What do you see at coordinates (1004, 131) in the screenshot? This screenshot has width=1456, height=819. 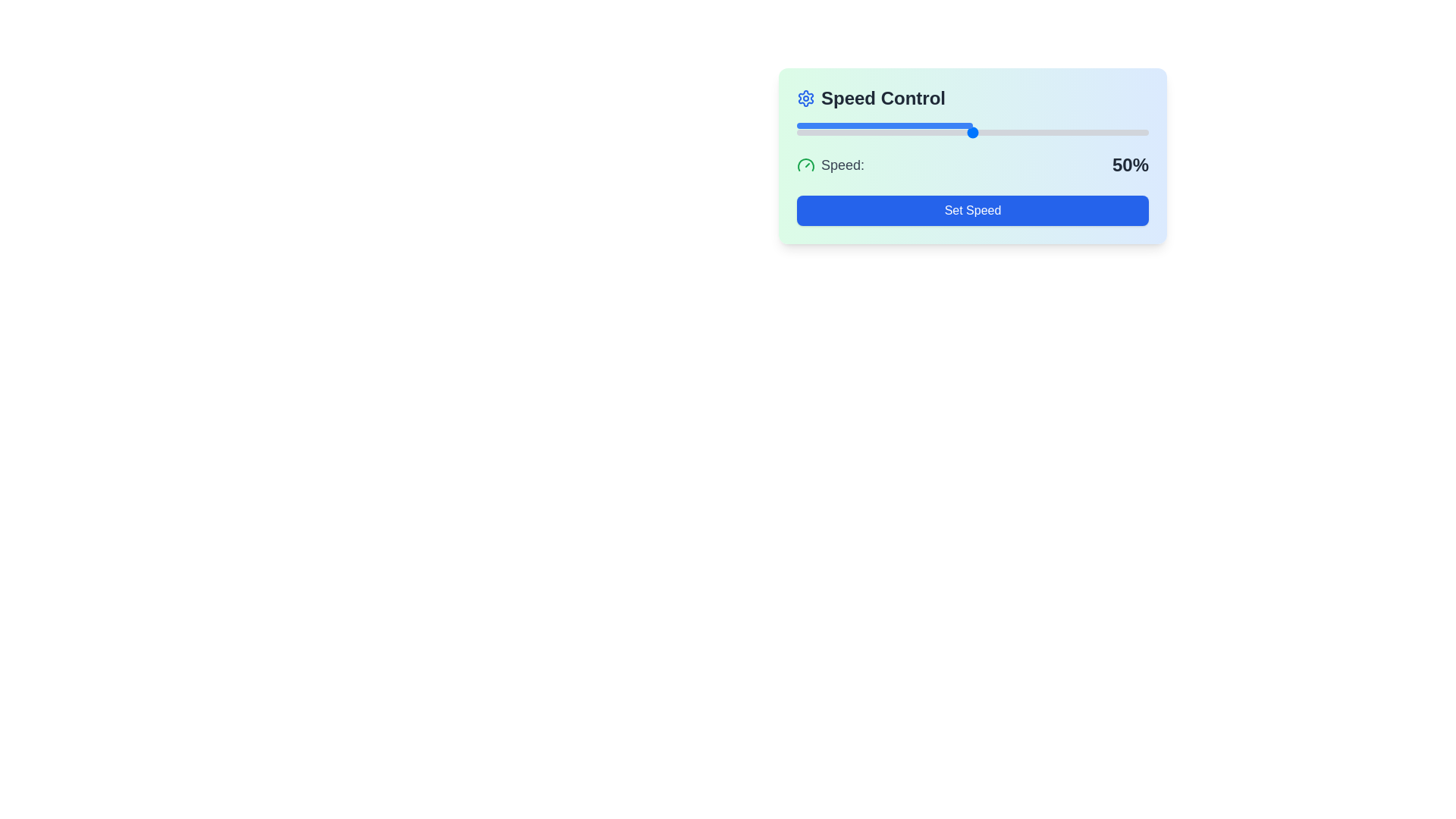 I see `the slider` at bounding box center [1004, 131].